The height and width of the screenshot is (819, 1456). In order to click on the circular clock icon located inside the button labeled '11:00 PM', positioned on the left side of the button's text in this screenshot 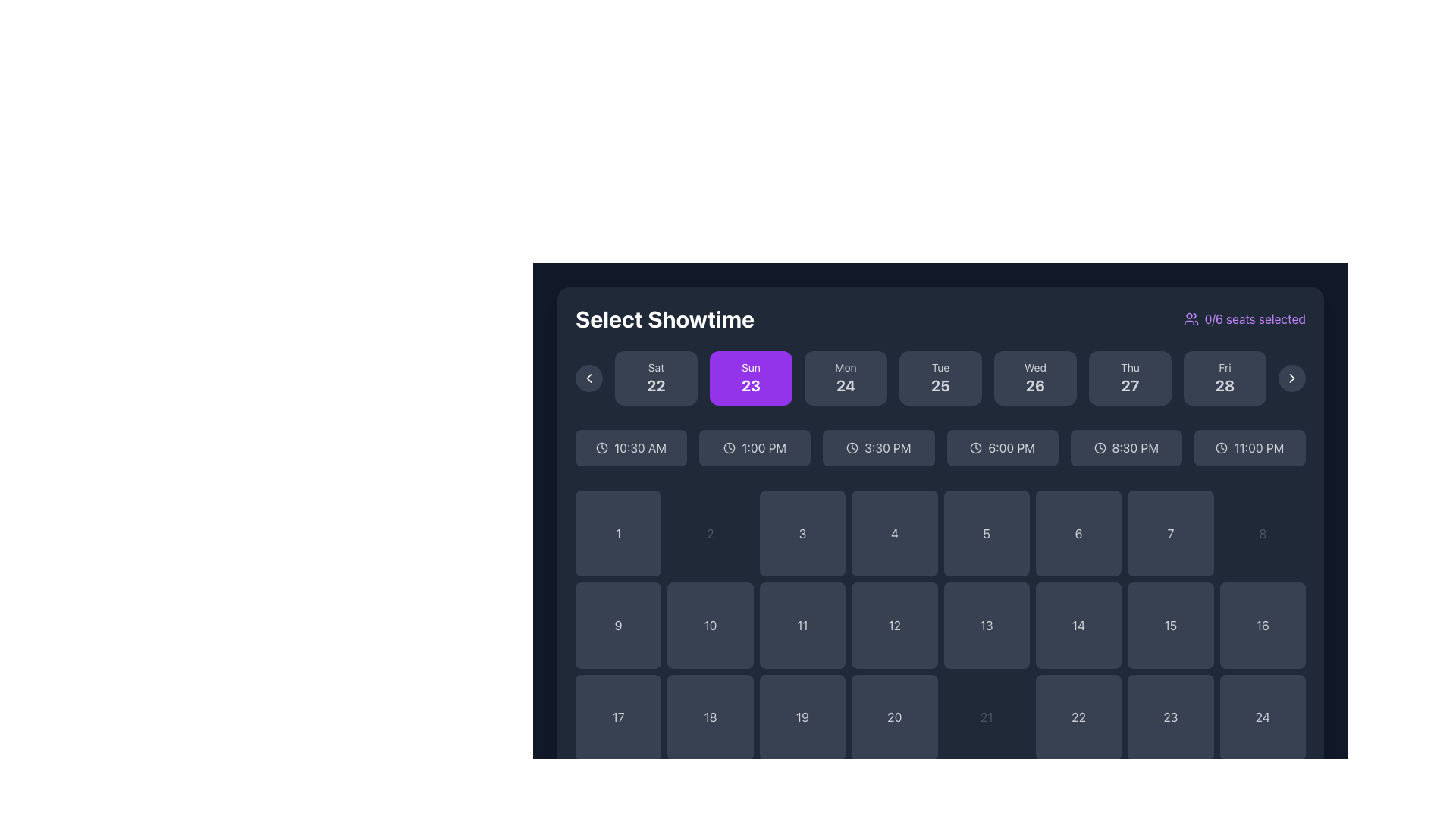, I will do `click(1222, 447)`.